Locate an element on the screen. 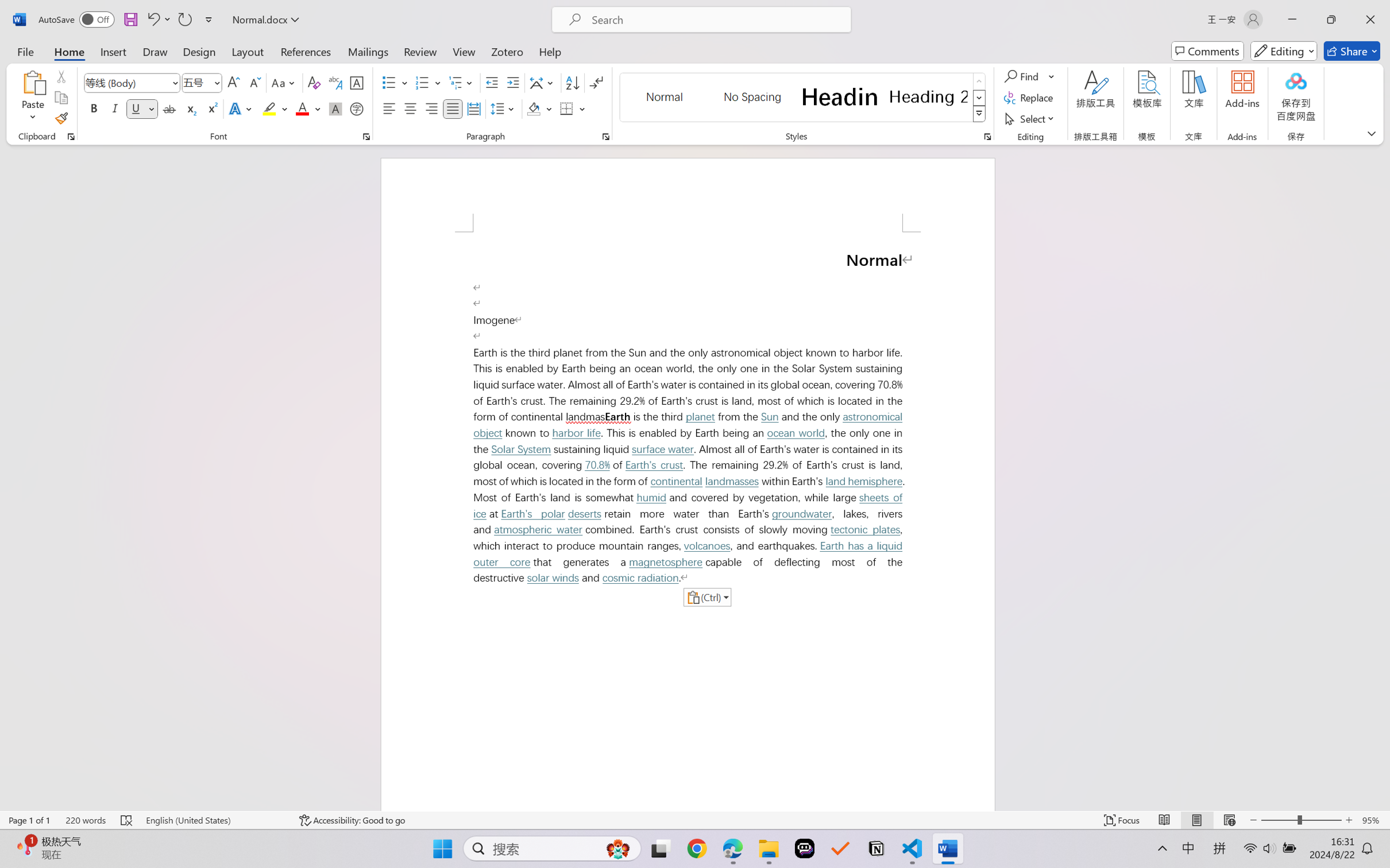 The height and width of the screenshot is (868, 1390). 'Sort...' is located at coordinates (572, 83).